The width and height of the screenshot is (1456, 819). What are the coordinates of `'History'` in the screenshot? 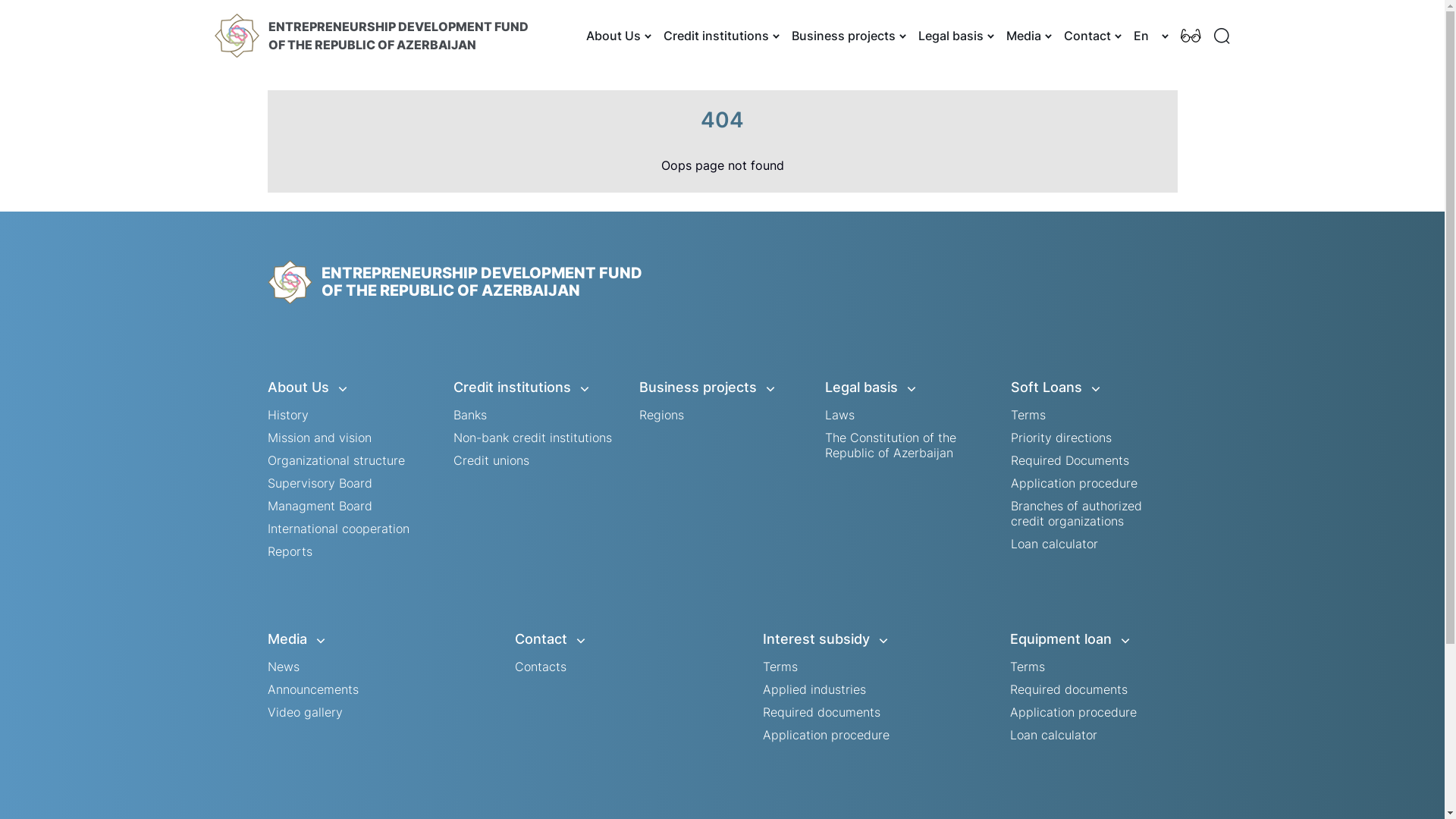 It's located at (287, 415).